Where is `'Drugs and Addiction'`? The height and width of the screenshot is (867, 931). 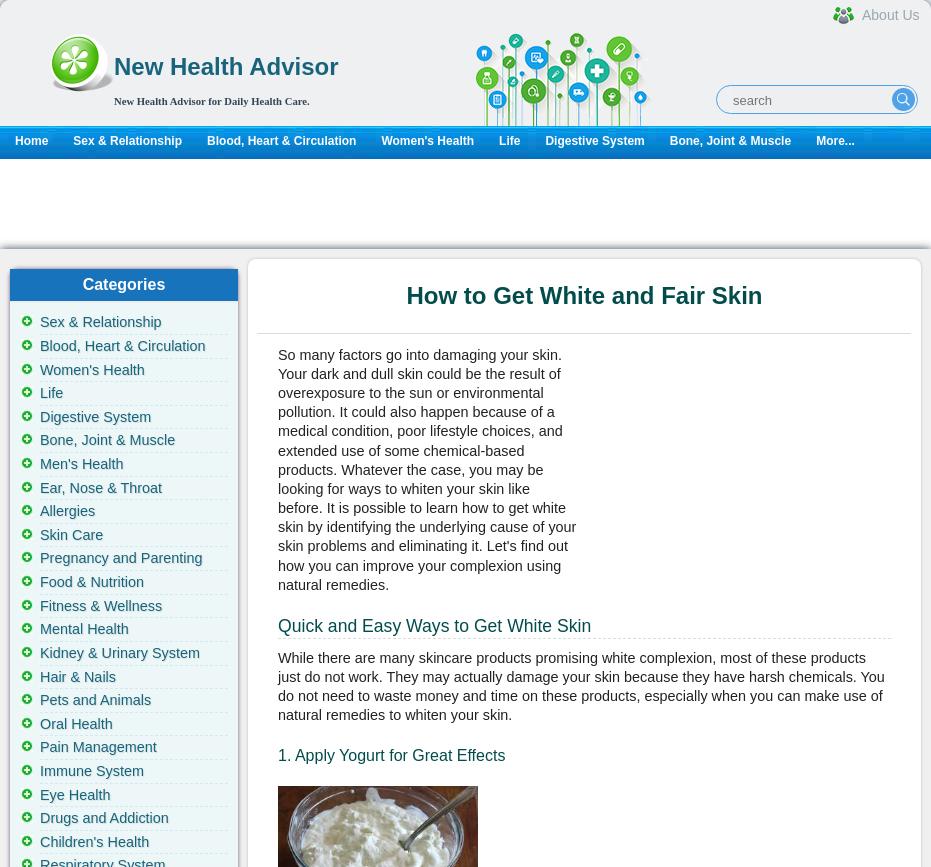 'Drugs and Addiction' is located at coordinates (103, 817).